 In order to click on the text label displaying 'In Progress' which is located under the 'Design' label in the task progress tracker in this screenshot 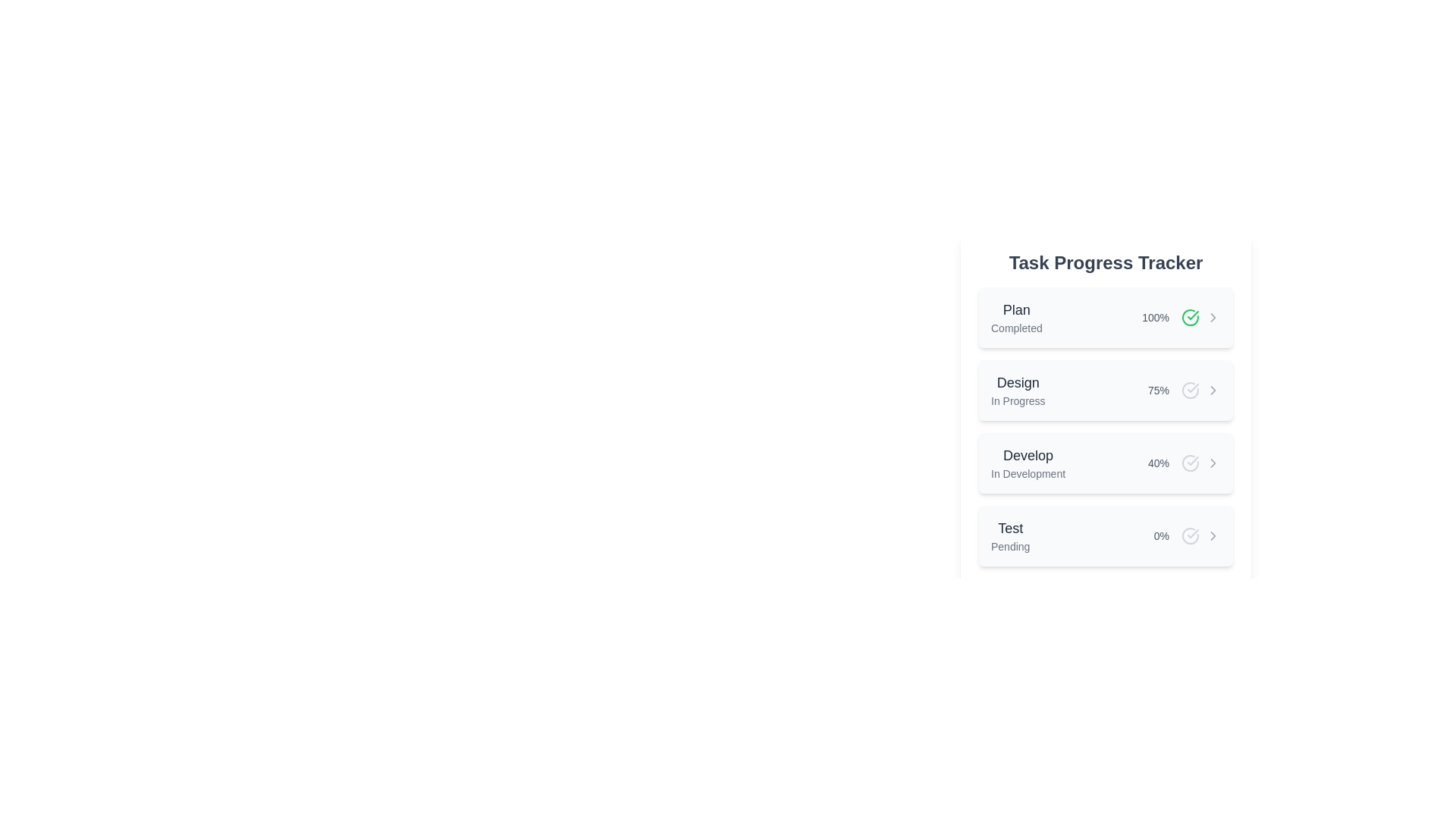, I will do `click(1018, 400)`.